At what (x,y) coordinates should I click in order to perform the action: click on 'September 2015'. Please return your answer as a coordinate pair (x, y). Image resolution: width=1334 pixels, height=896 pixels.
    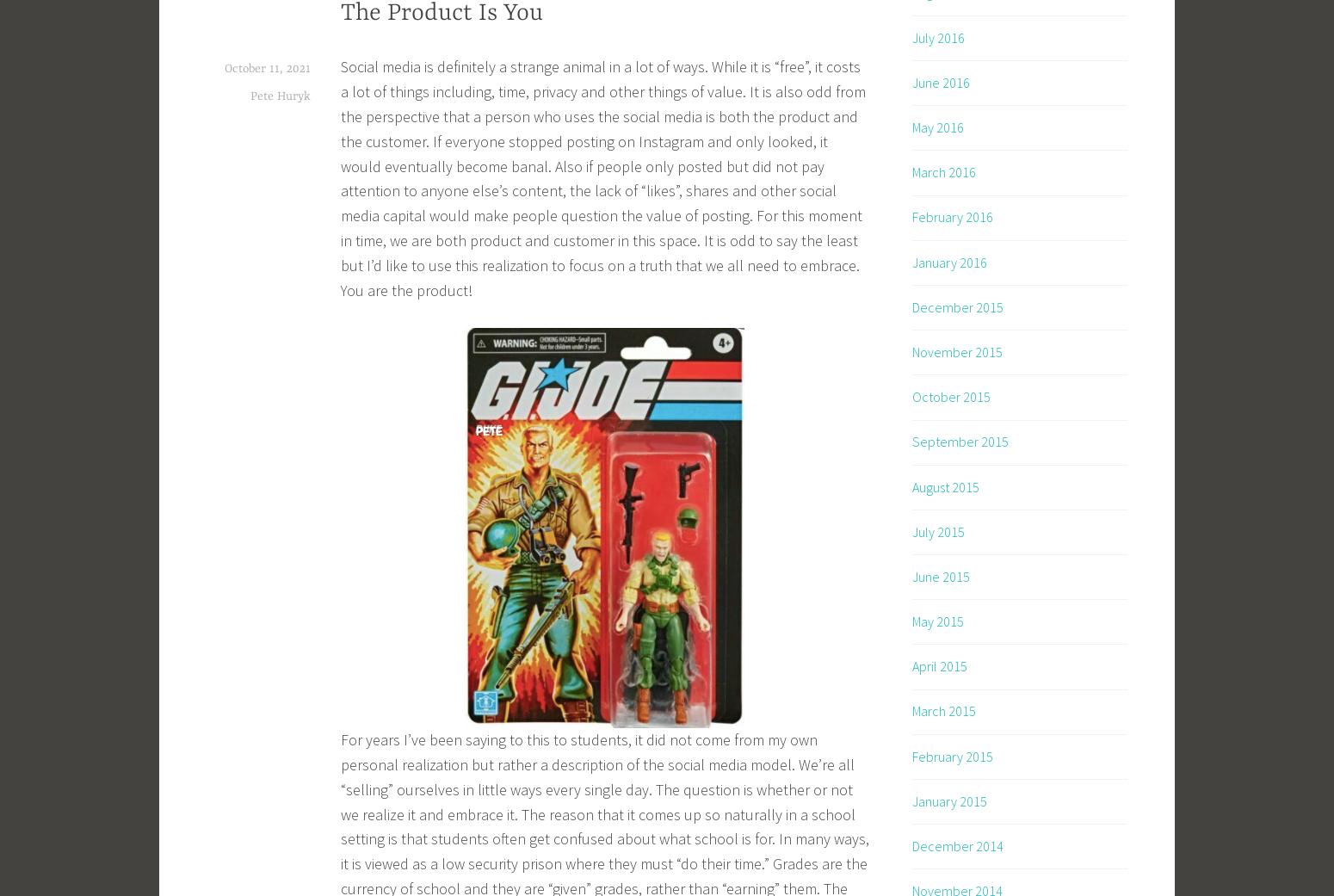
    Looking at the image, I should click on (960, 441).